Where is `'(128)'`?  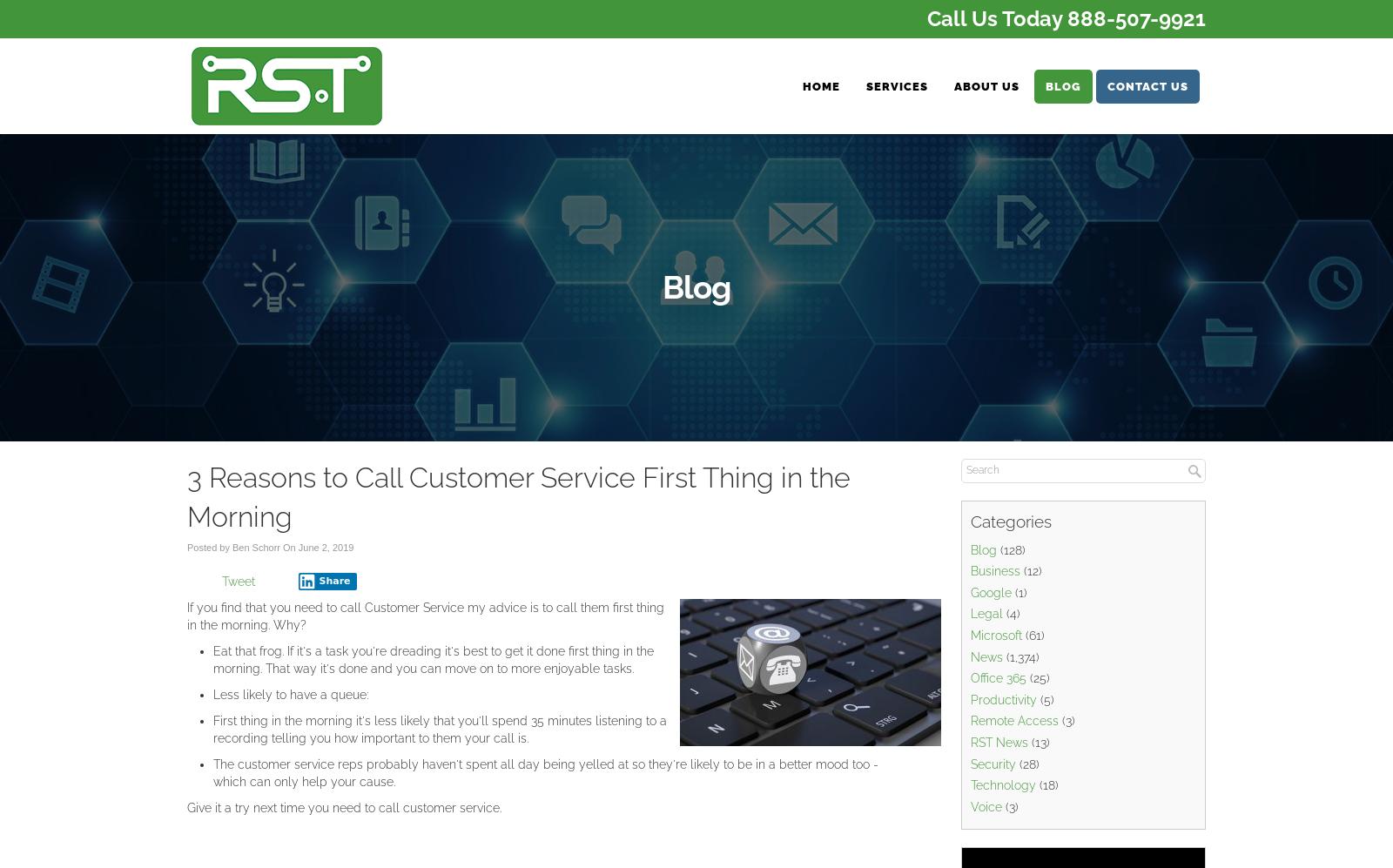 '(128)' is located at coordinates (1011, 548).